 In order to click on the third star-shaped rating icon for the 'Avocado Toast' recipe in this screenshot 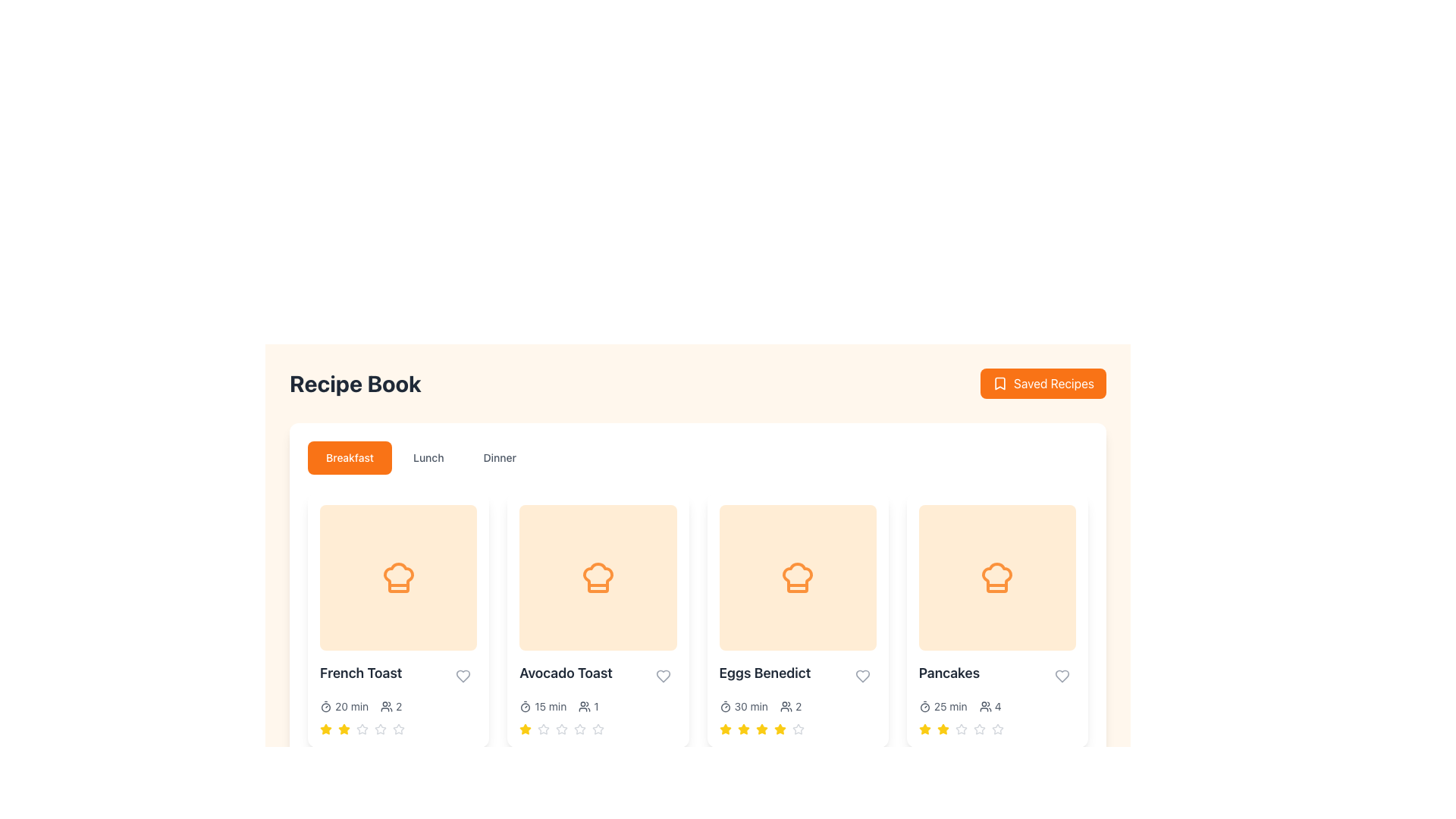, I will do `click(561, 728)`.